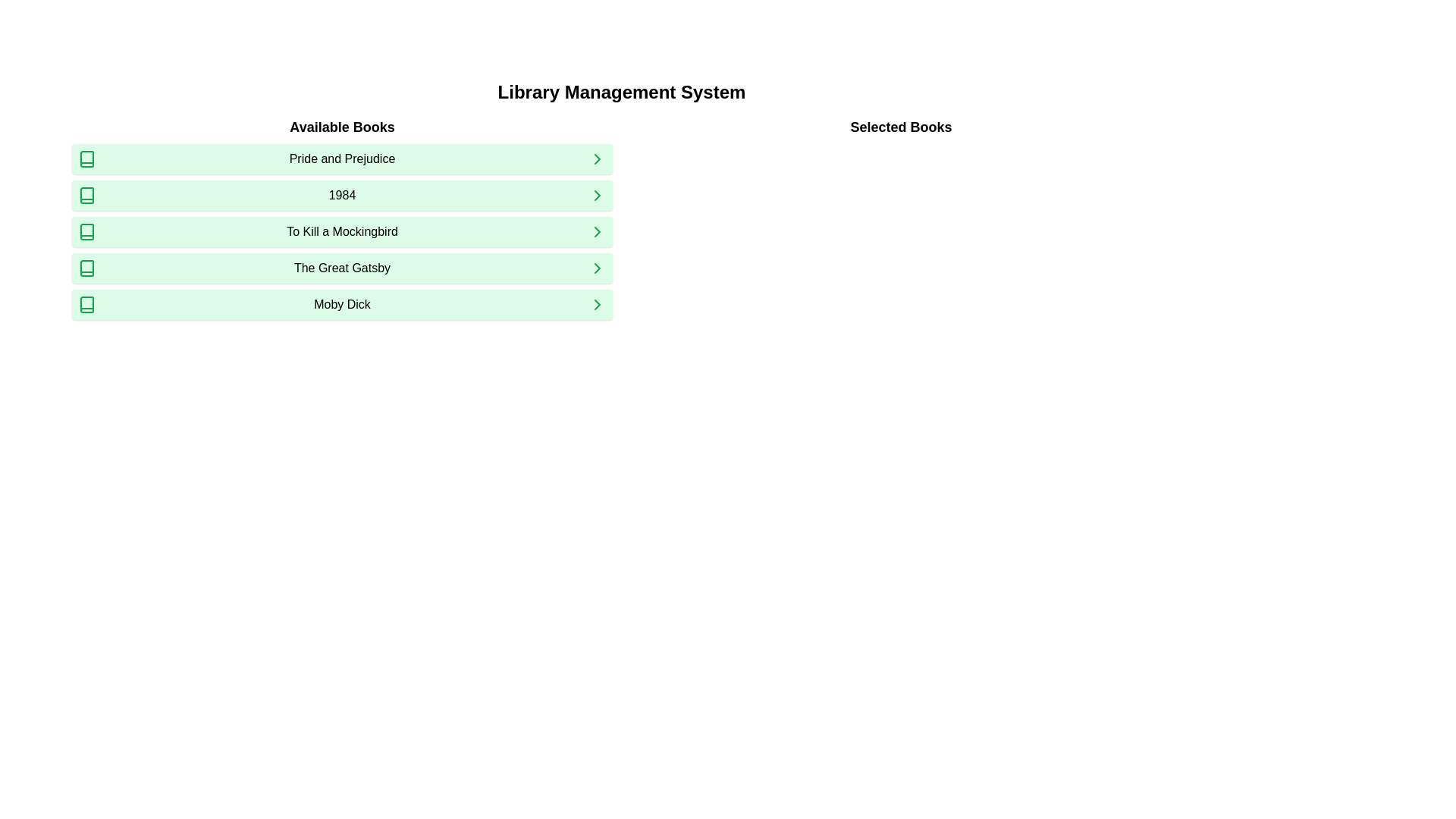 Image resolution: width=1456 pixels, height=819 pixels. What do you see at coordinates (341, 195) in the screenshot?
I see `the static text label displaying '1984' in bold black font on a light green background, which is the second item under the 'Available Books' section` at bounding box center [341, 195].